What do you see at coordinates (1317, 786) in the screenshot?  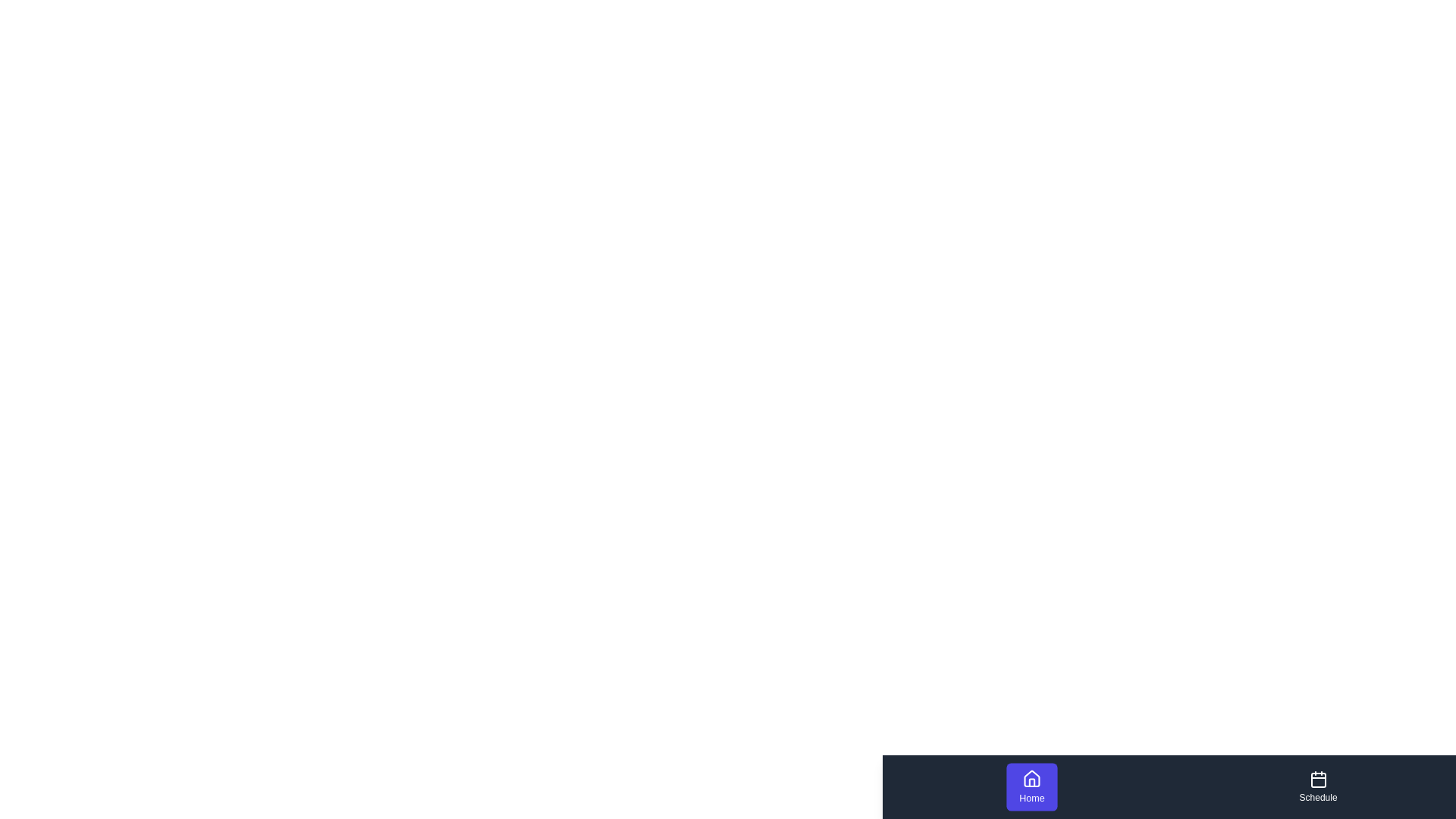 I see `the bottom navigation item for Schedule` at bounding box center [1317, 786].